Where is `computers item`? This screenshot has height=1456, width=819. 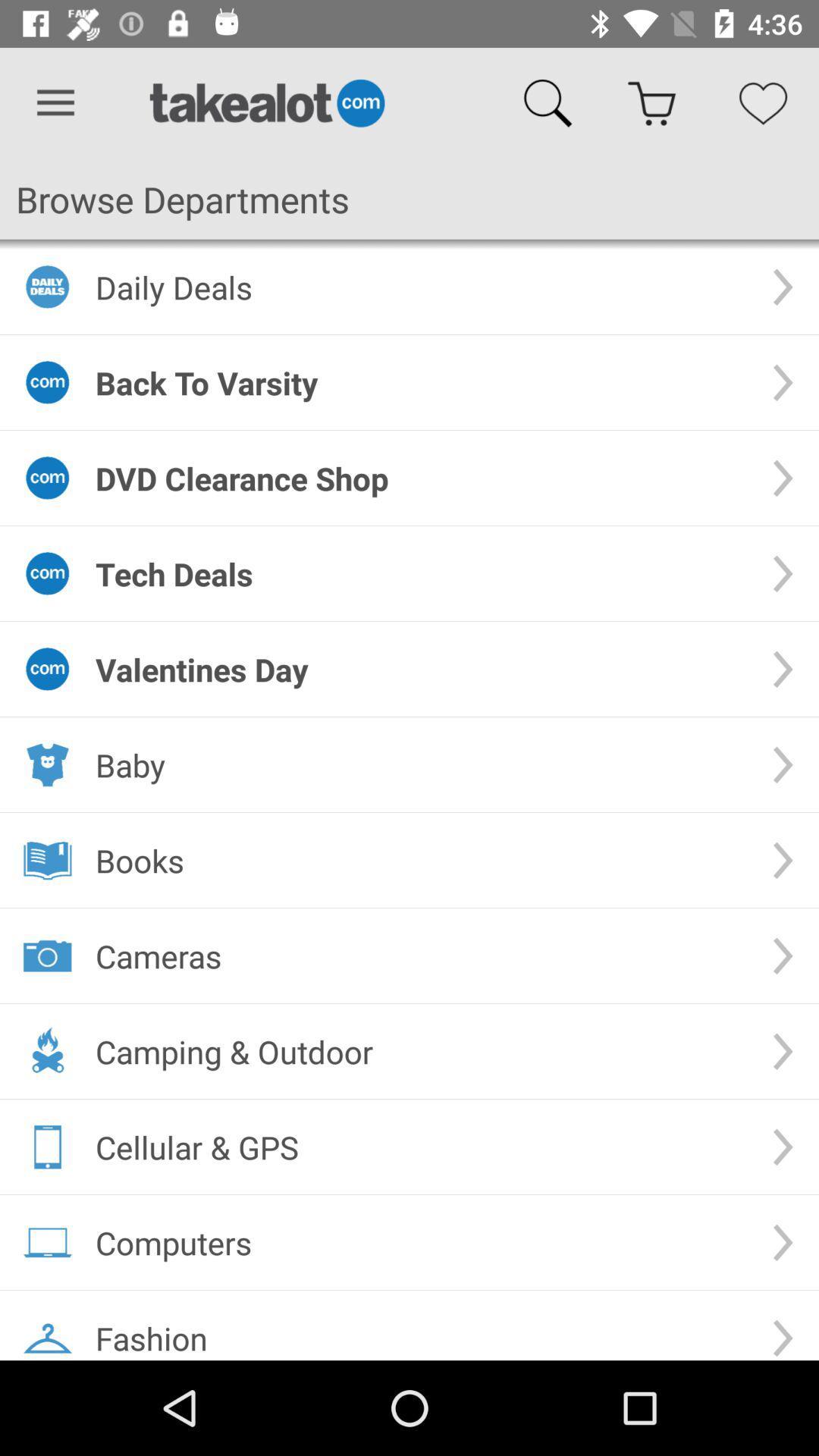
computers item is located at coordinates (421, 1242).